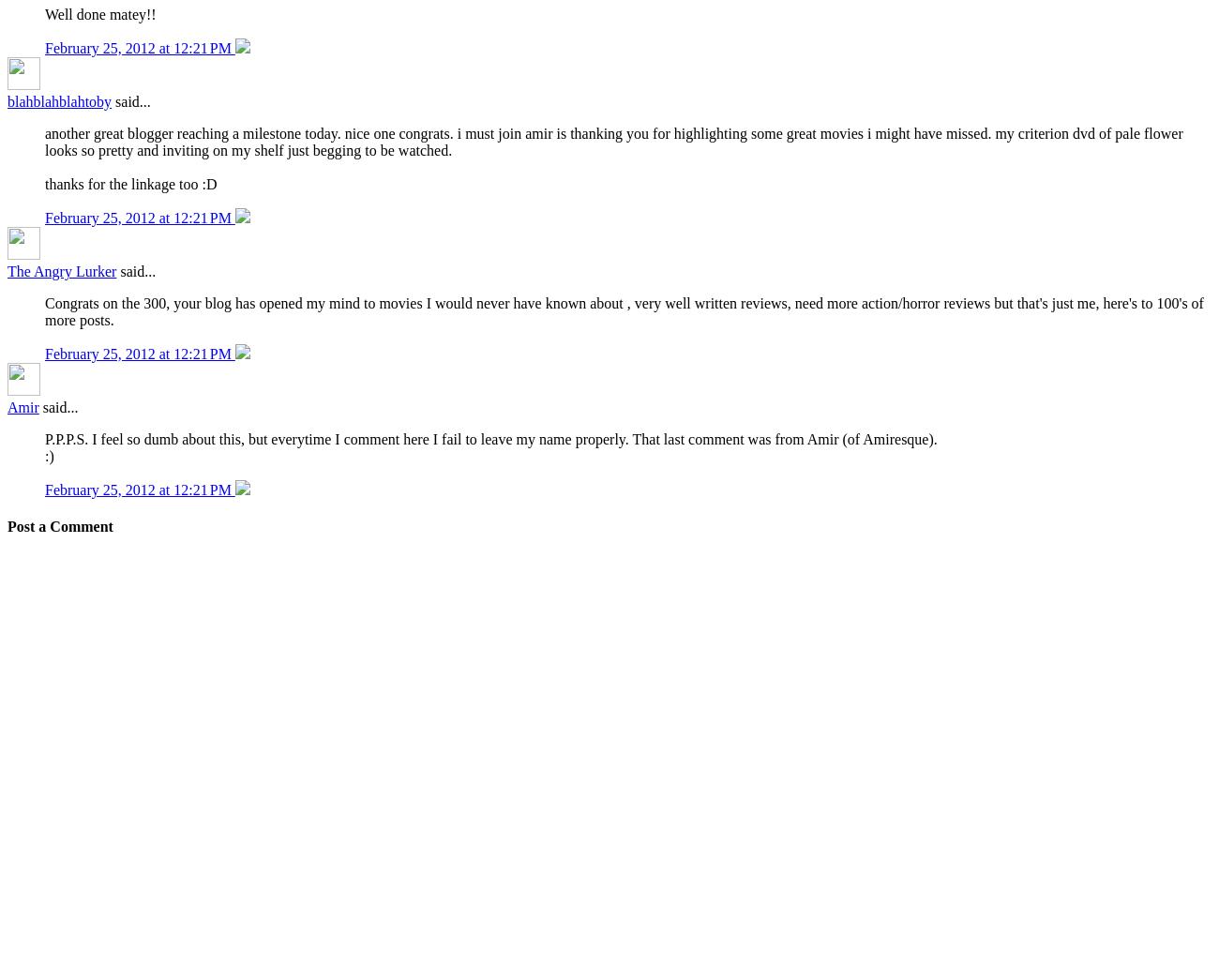 The height and width of the screenshot is (980, 1219). What do you see at coordinates (129, 184) in the screenshot?
I see `'thanks for the linkage too :D'` at bounding box center [129, 184].